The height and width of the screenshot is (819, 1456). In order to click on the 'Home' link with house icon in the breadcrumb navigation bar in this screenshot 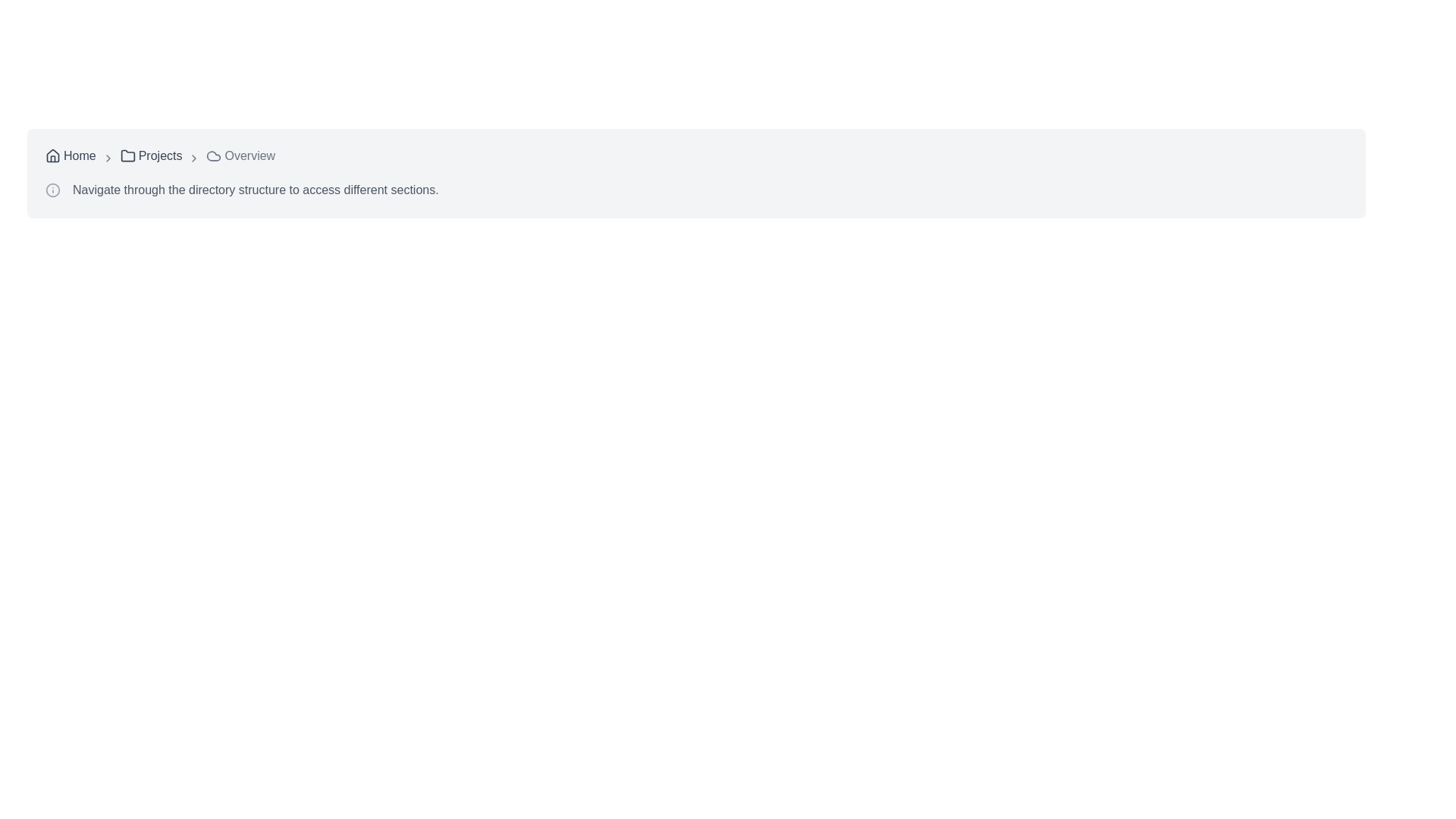, I will do `click(70, 155)`.